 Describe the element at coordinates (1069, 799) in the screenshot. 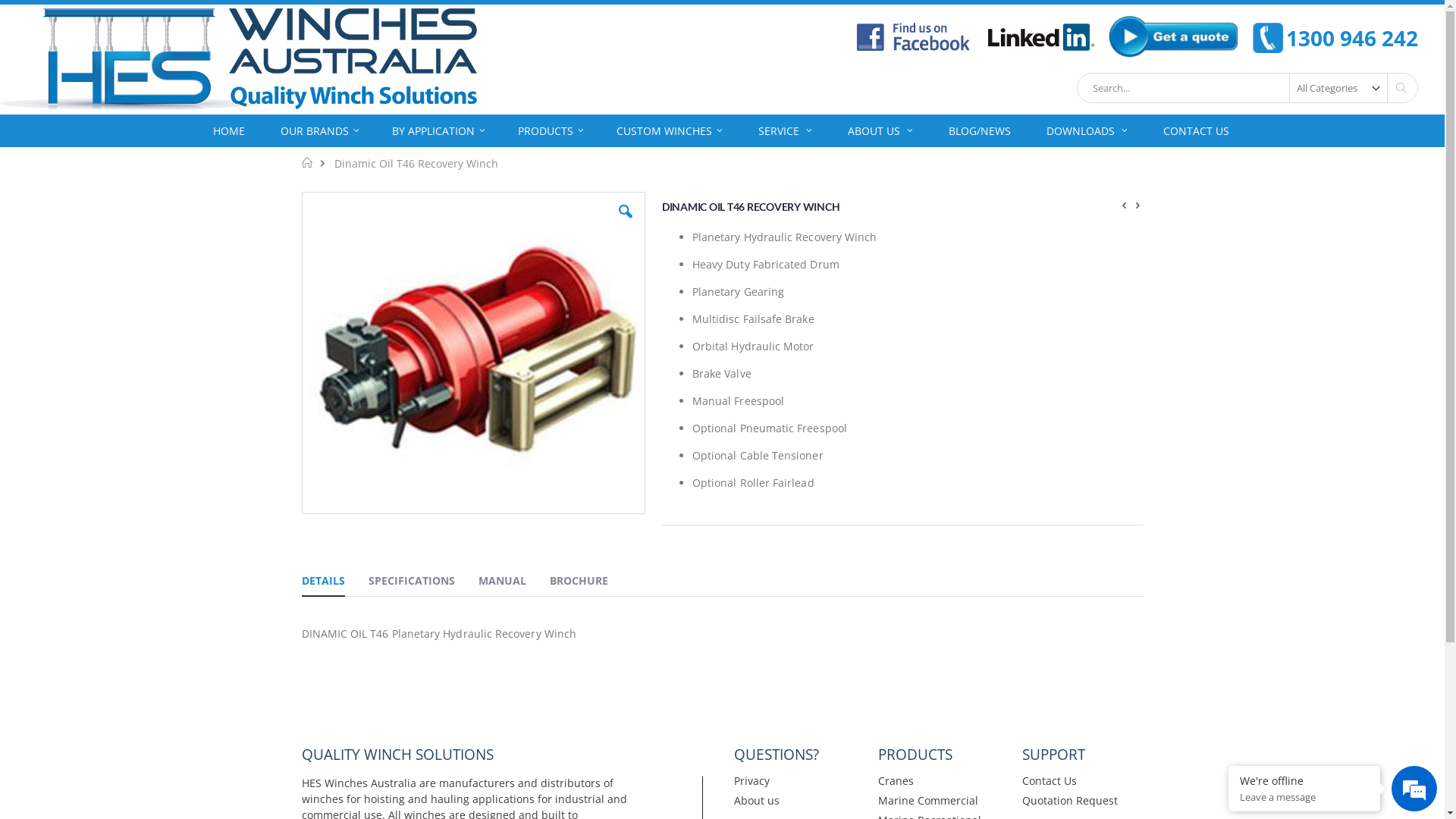

I see `'Quotation Request'` at that location.